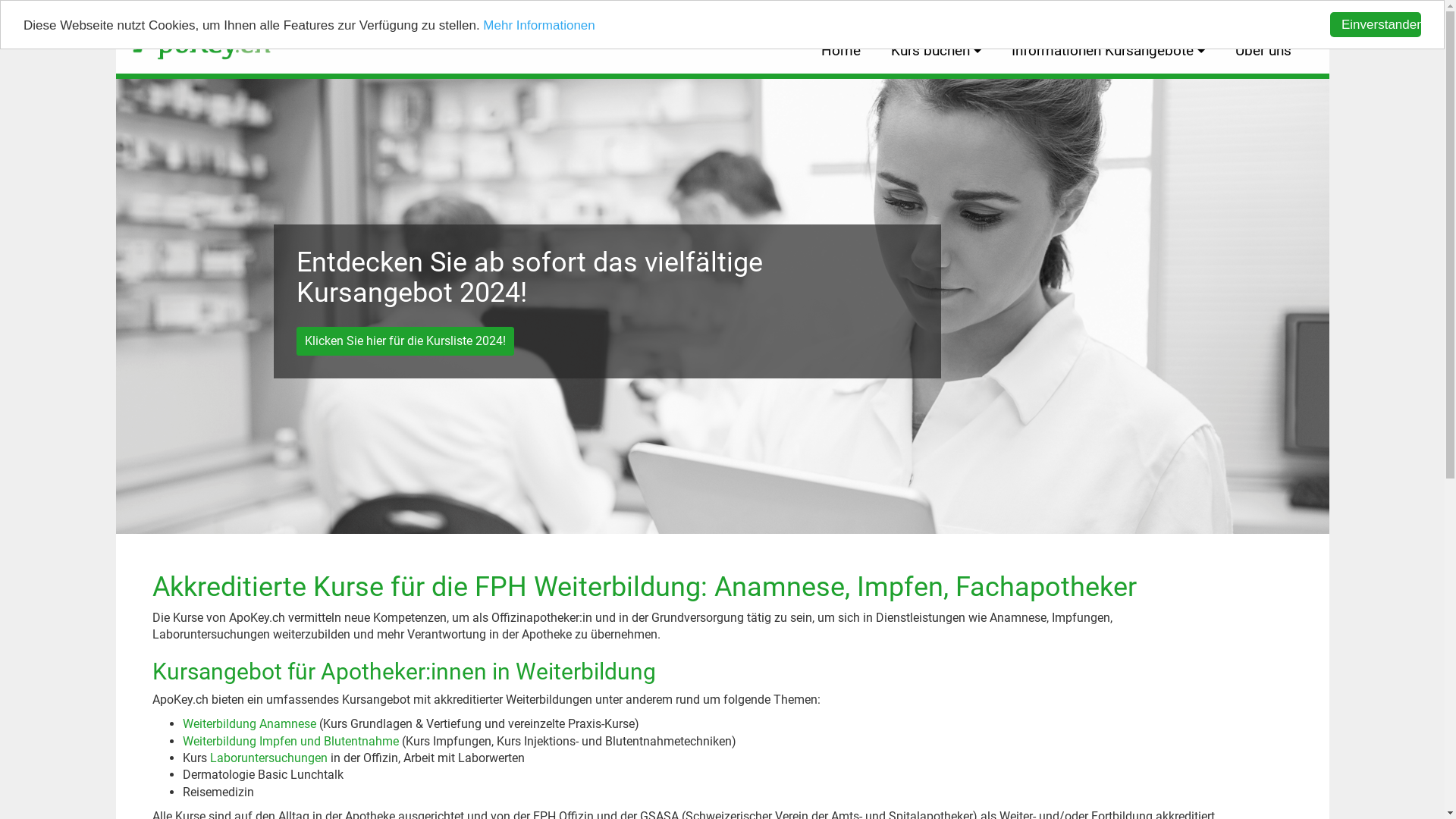 The width and height of the screenshot is (1456, 819). I want to click on 'Weiterbildung Impfen und Blutentnahme', so click(290, 740).